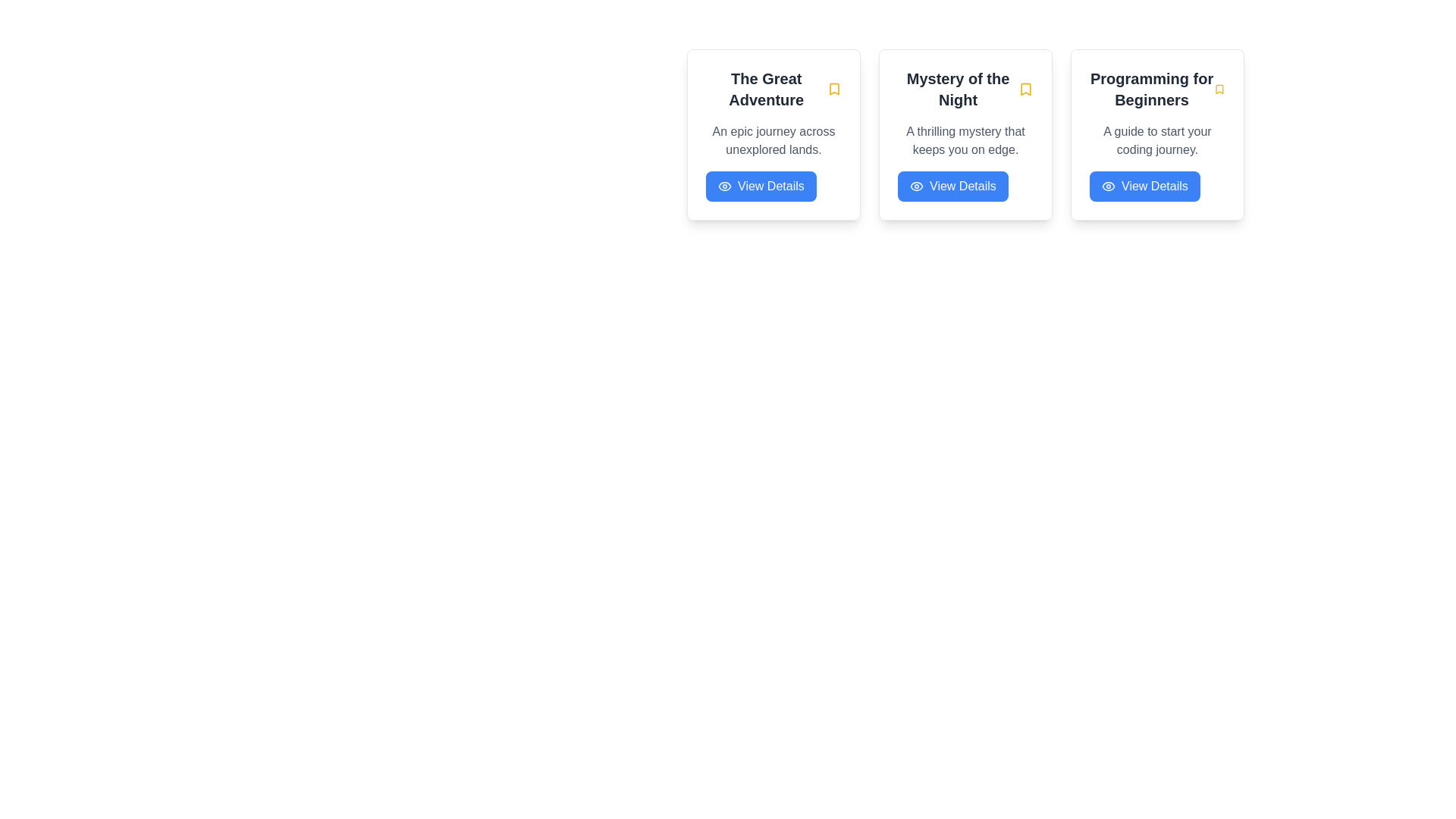 The image size is (1456, 819). I want to click on the circular eye icon located inside the blue 'View Details' button on the second card in the horizontal card layout, so click(916, 186).